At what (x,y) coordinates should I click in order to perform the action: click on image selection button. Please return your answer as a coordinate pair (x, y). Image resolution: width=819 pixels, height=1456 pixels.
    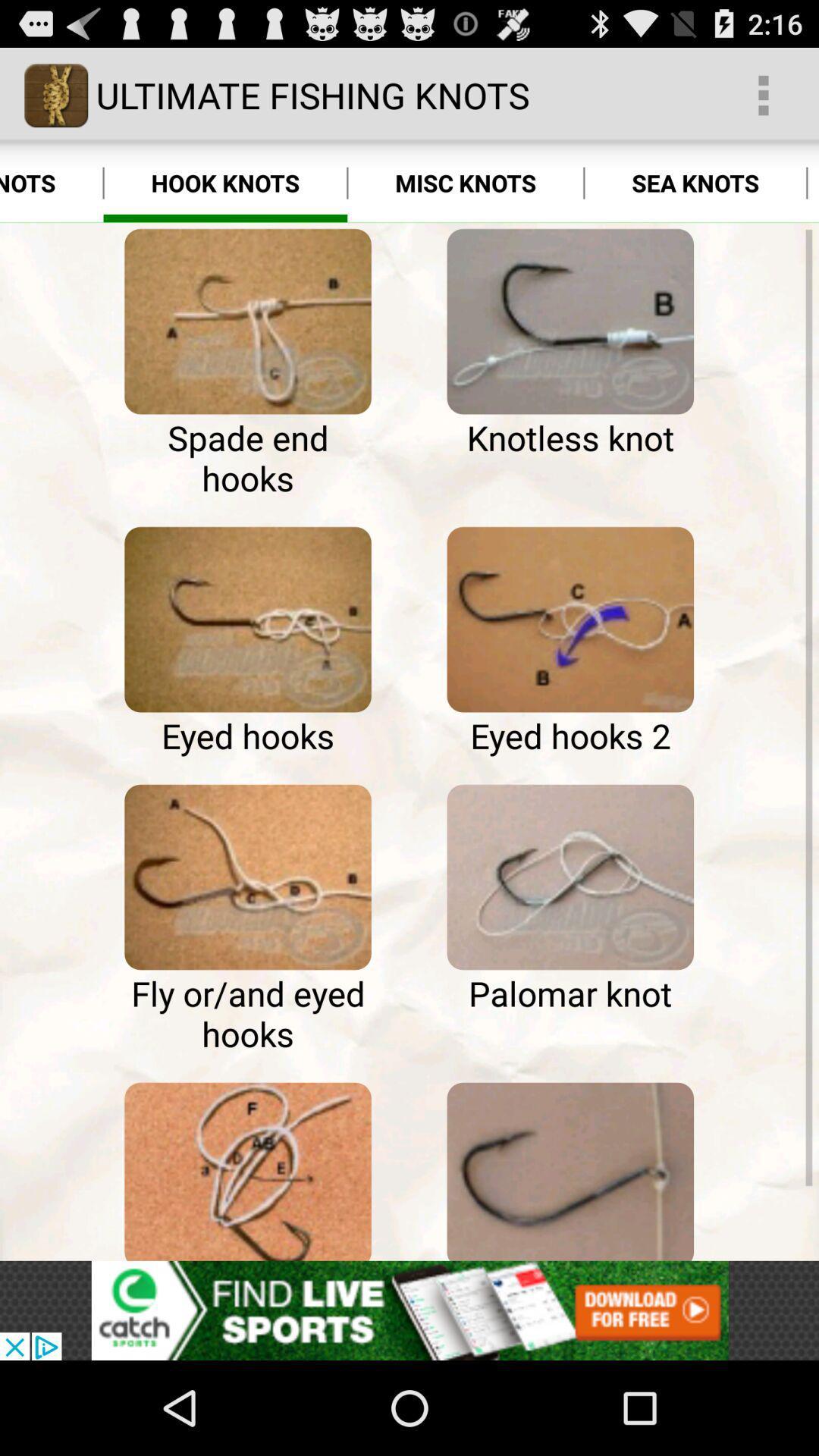
    Looking at the image, I should click on (570, 1168).